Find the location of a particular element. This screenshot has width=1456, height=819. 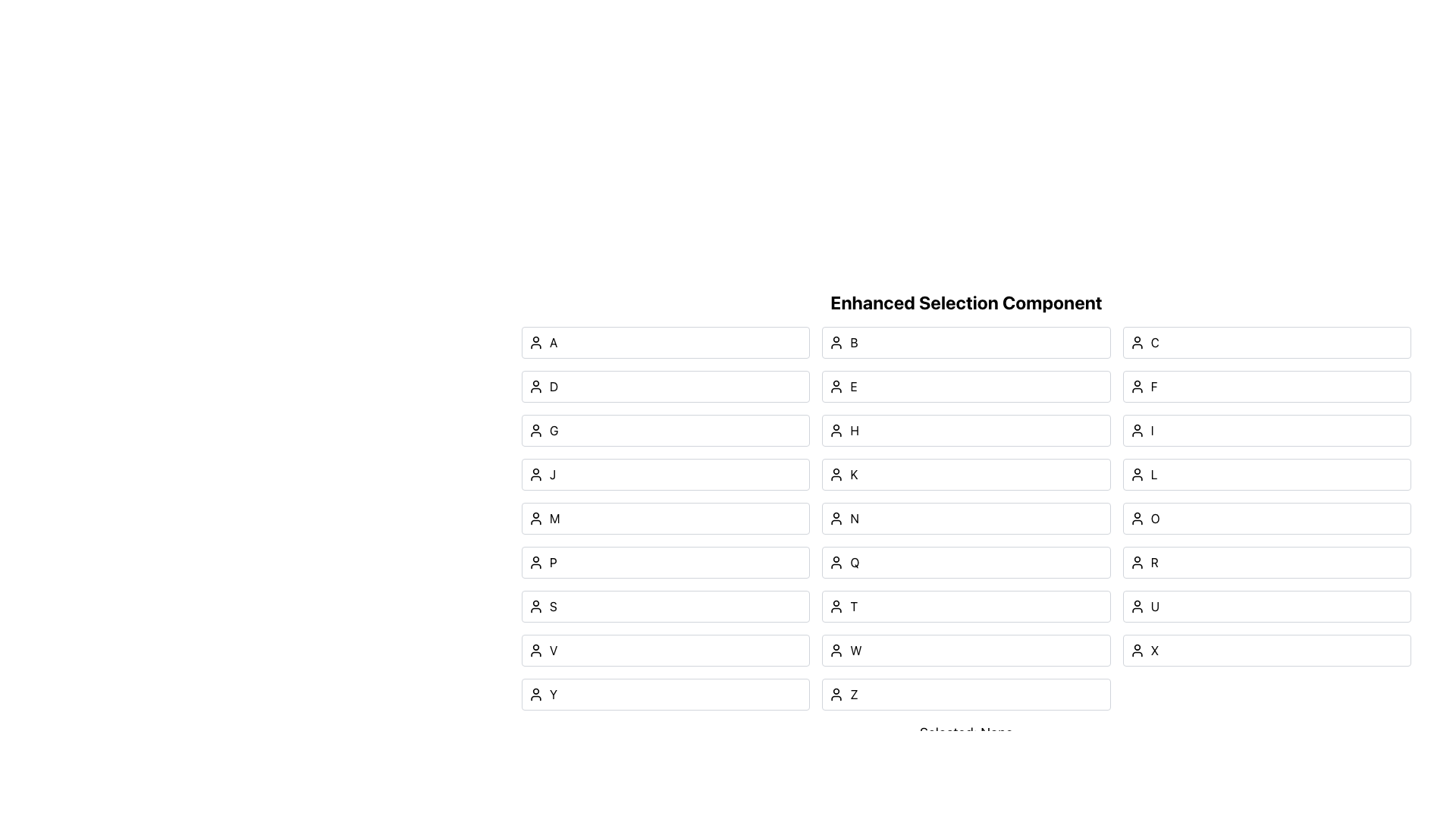

the button with a user icon and the letter 'H', located in the middle column of the grid is located at coordinates (965, 430).